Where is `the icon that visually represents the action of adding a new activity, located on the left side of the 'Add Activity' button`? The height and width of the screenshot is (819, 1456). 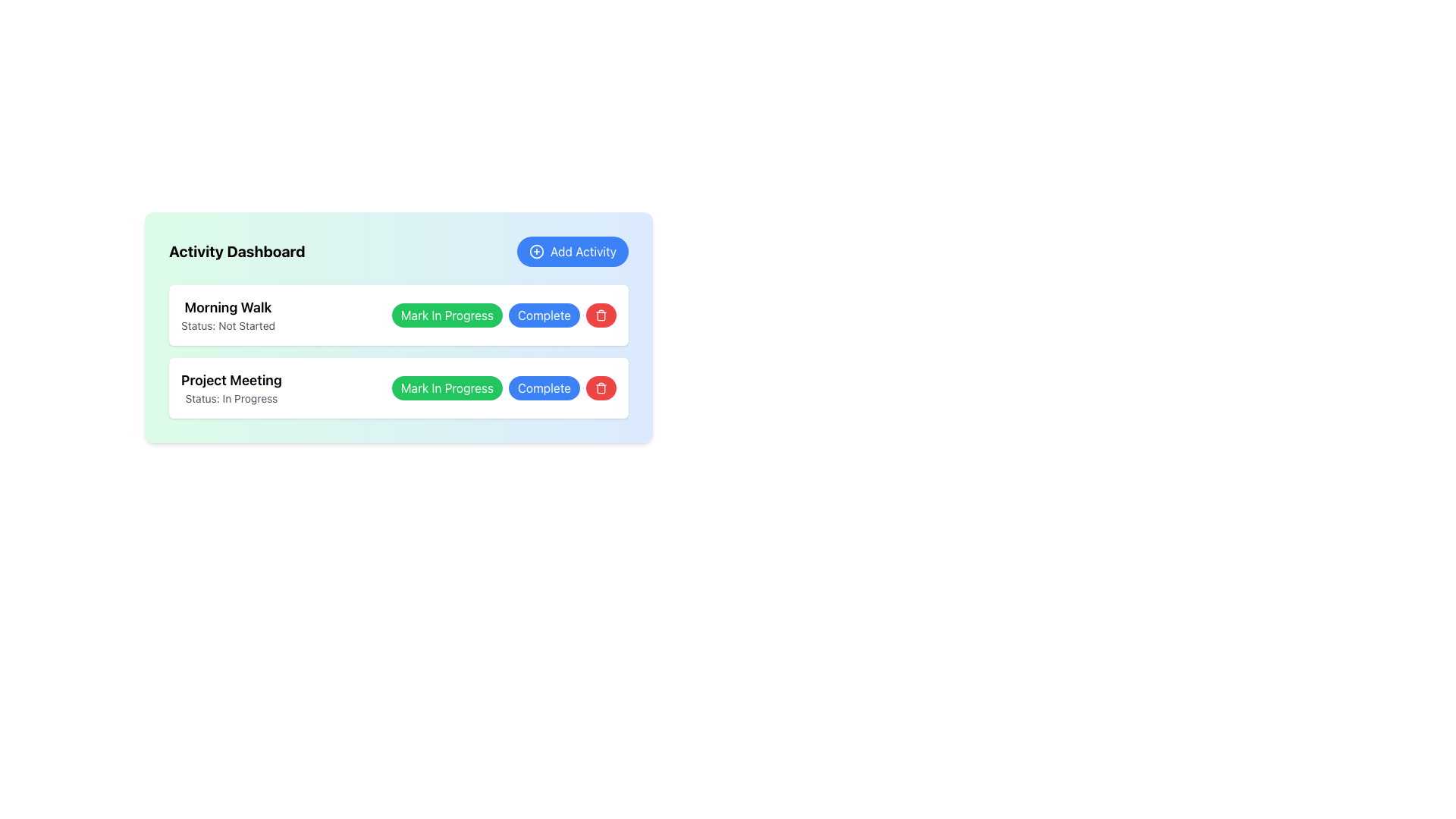
the icon that visually represents the action of adding a new activity, located on the left side of the 'Add Activity' button is located at coordinates (536, 250).